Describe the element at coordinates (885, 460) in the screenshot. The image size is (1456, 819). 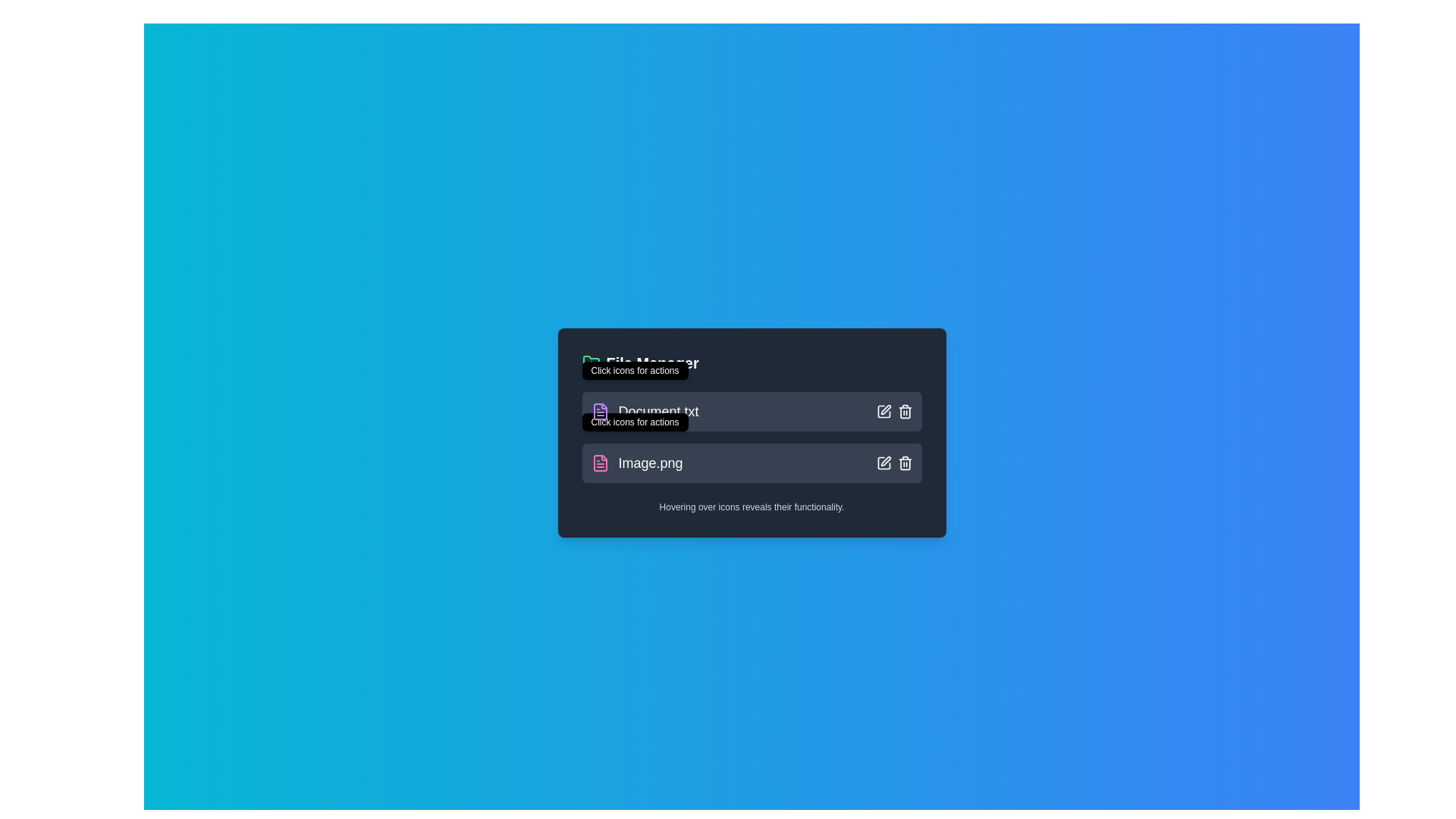
I see `on the edit icon, which is a vector graphic resembling a pen or pencil crossing a square, located centrally within a button in the second row of the file manager, adjacent` at that location.